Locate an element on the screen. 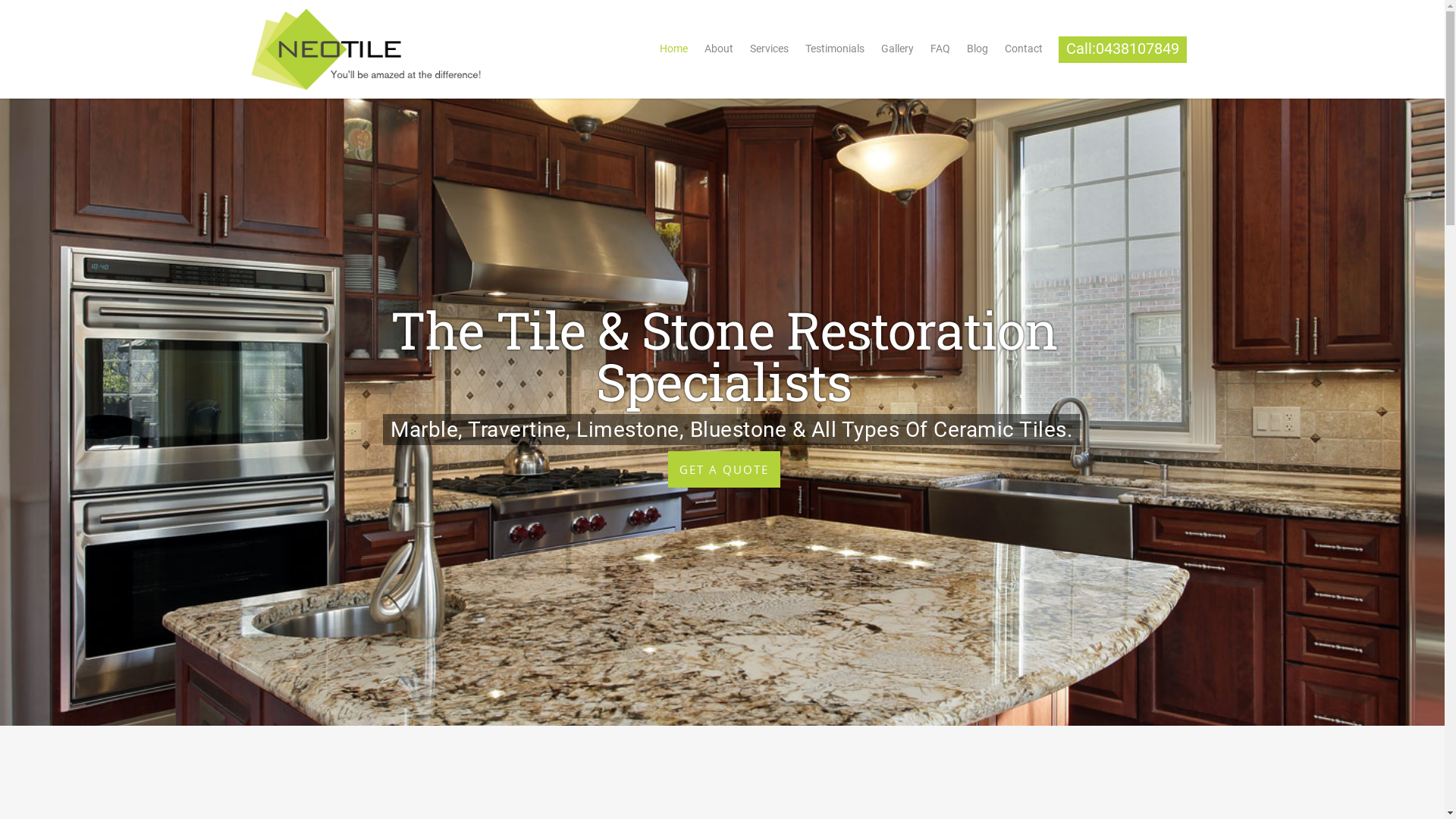 This screenshot has width=1456, height=819. 'Testimonials' is located at coordinates (833, 52).